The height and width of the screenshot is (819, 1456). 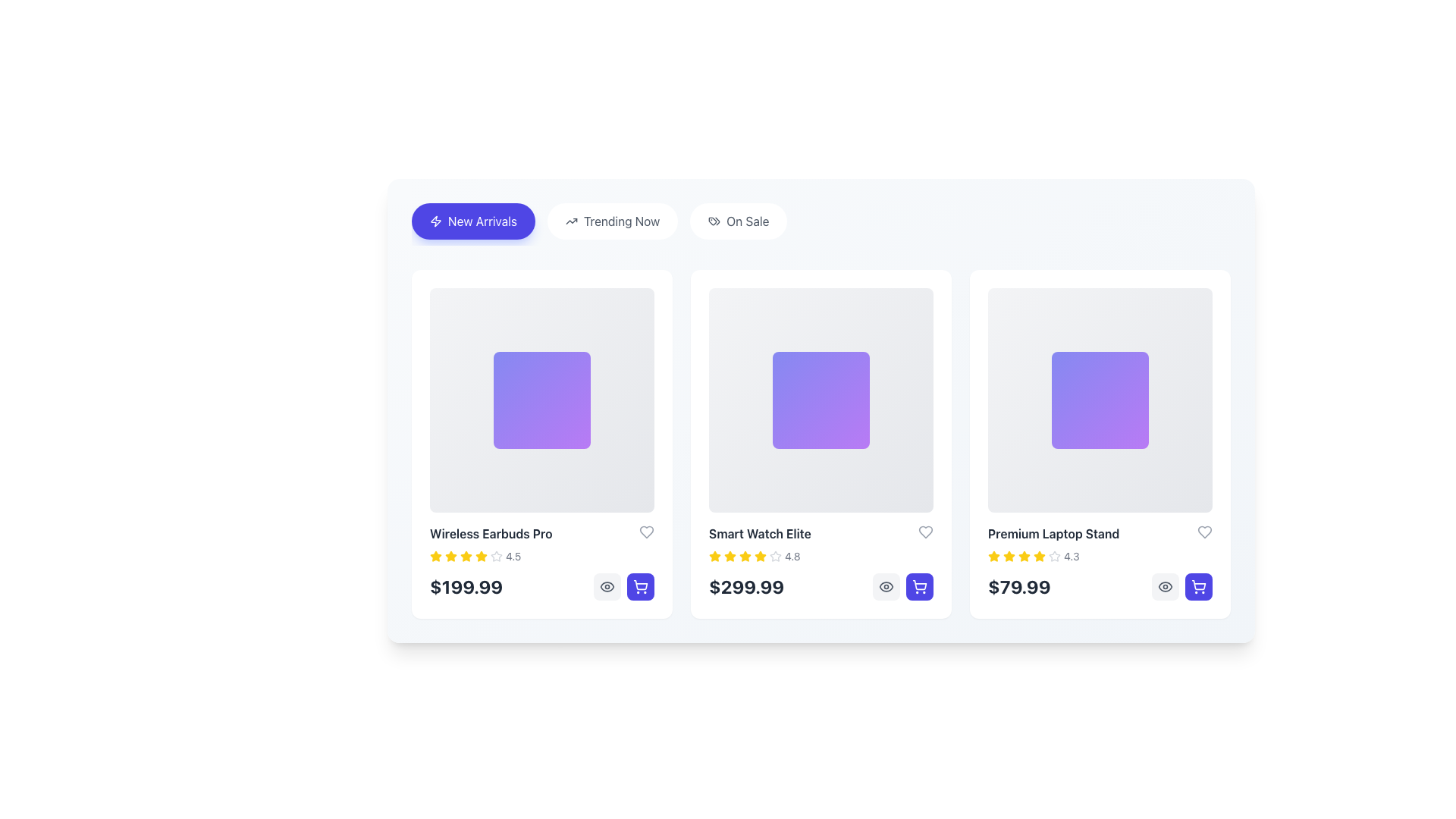 What do you see at coordinates (1054, 556) in the screenshot?
I see `the appearance of the fifth star icon, which is styled with a gray outline and is part of a star rating system for the 'Premium Laptop Stand'` at bounding box center [1054, 556].